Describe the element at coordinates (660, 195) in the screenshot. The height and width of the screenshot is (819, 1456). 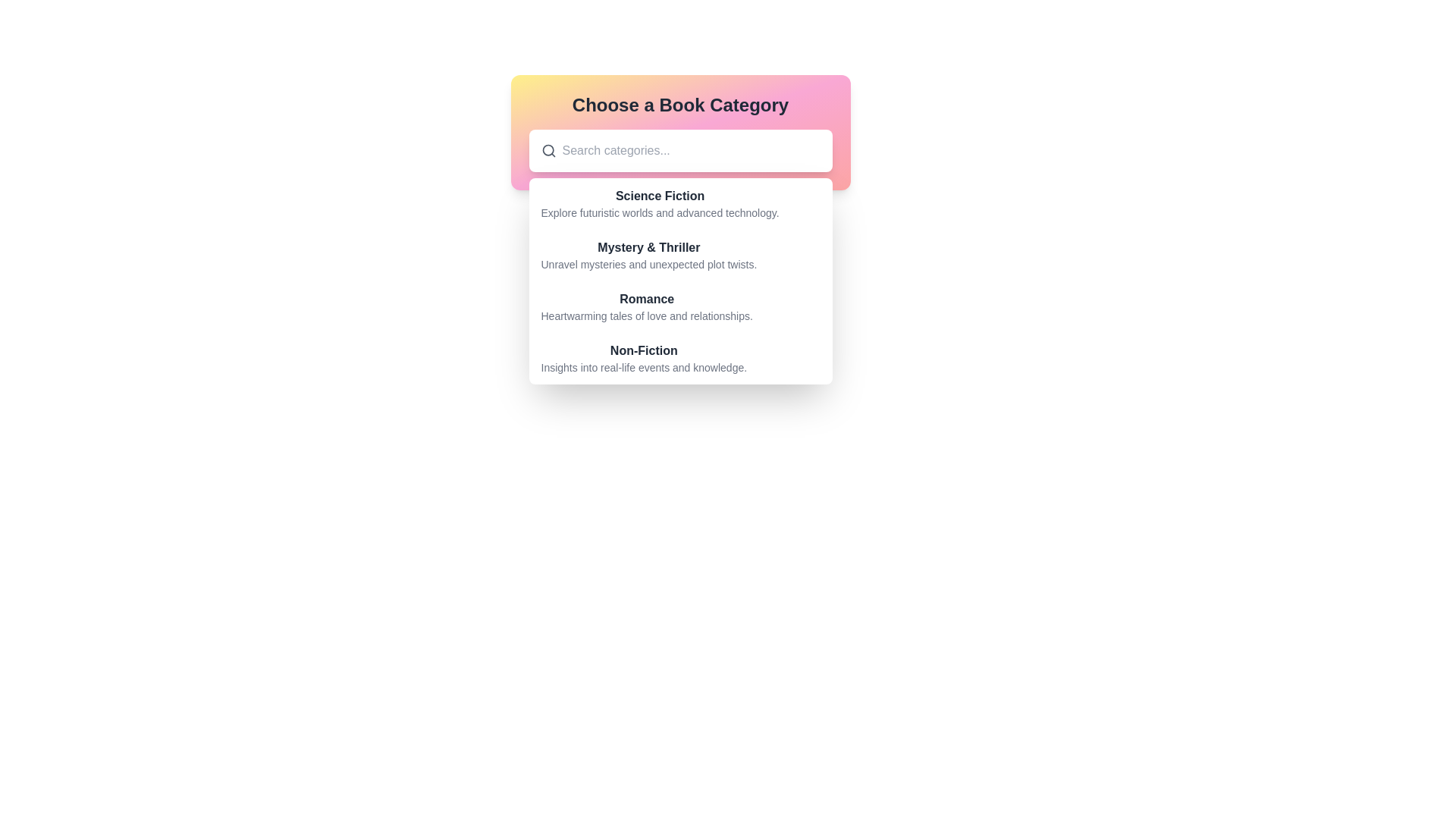
I see `the static text label displaying 'Science Fiction', which is bold and dark gray, located at the top of the book genres list` at that location.